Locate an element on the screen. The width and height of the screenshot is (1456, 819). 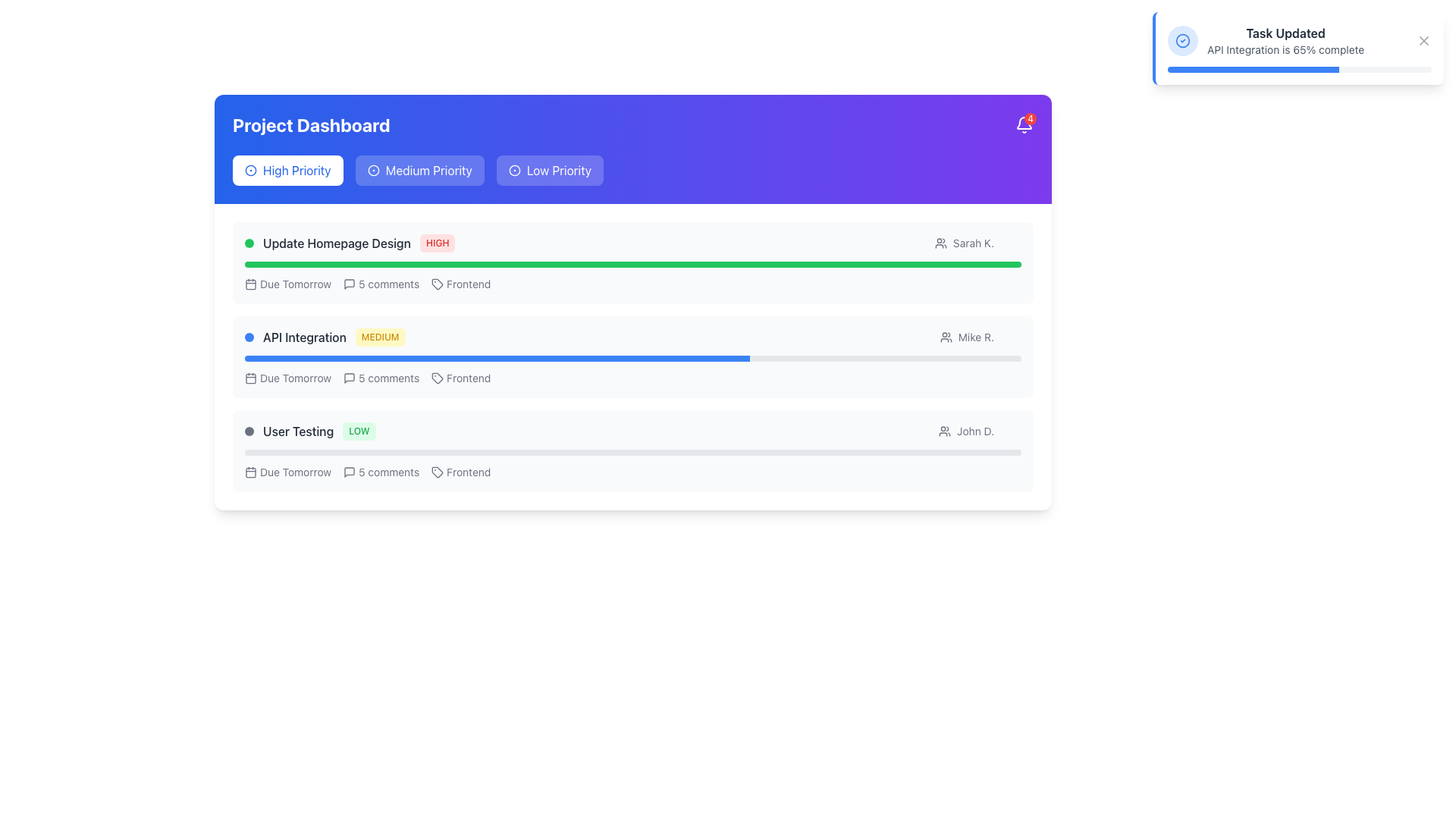
the progress bar located is located at coordinates (633, 359).